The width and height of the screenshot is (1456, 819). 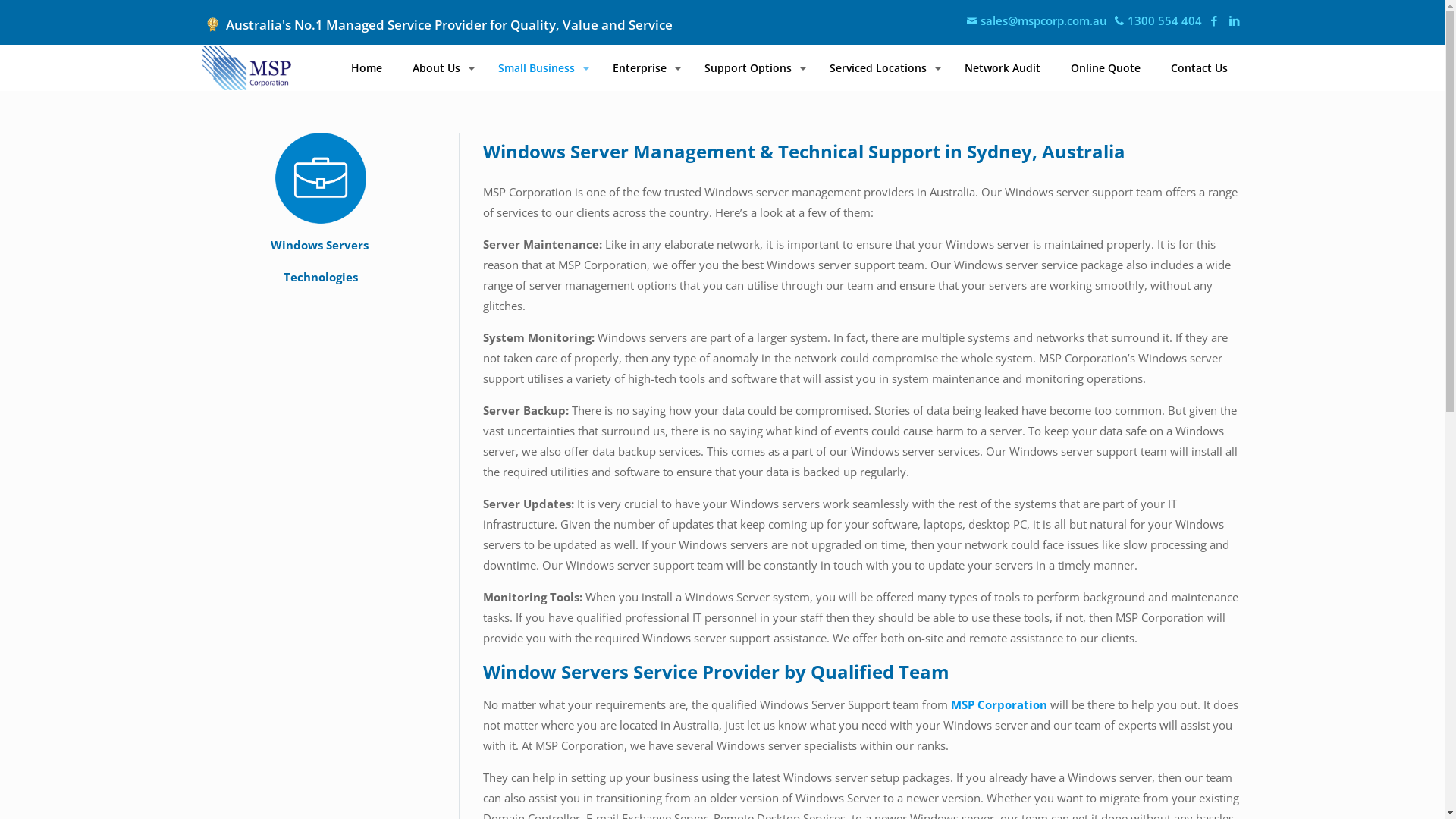 What do you see at coordinates (1198, 67) in the screenshot?
I see `'Contact Us'` at bounding box center [1198, 67].